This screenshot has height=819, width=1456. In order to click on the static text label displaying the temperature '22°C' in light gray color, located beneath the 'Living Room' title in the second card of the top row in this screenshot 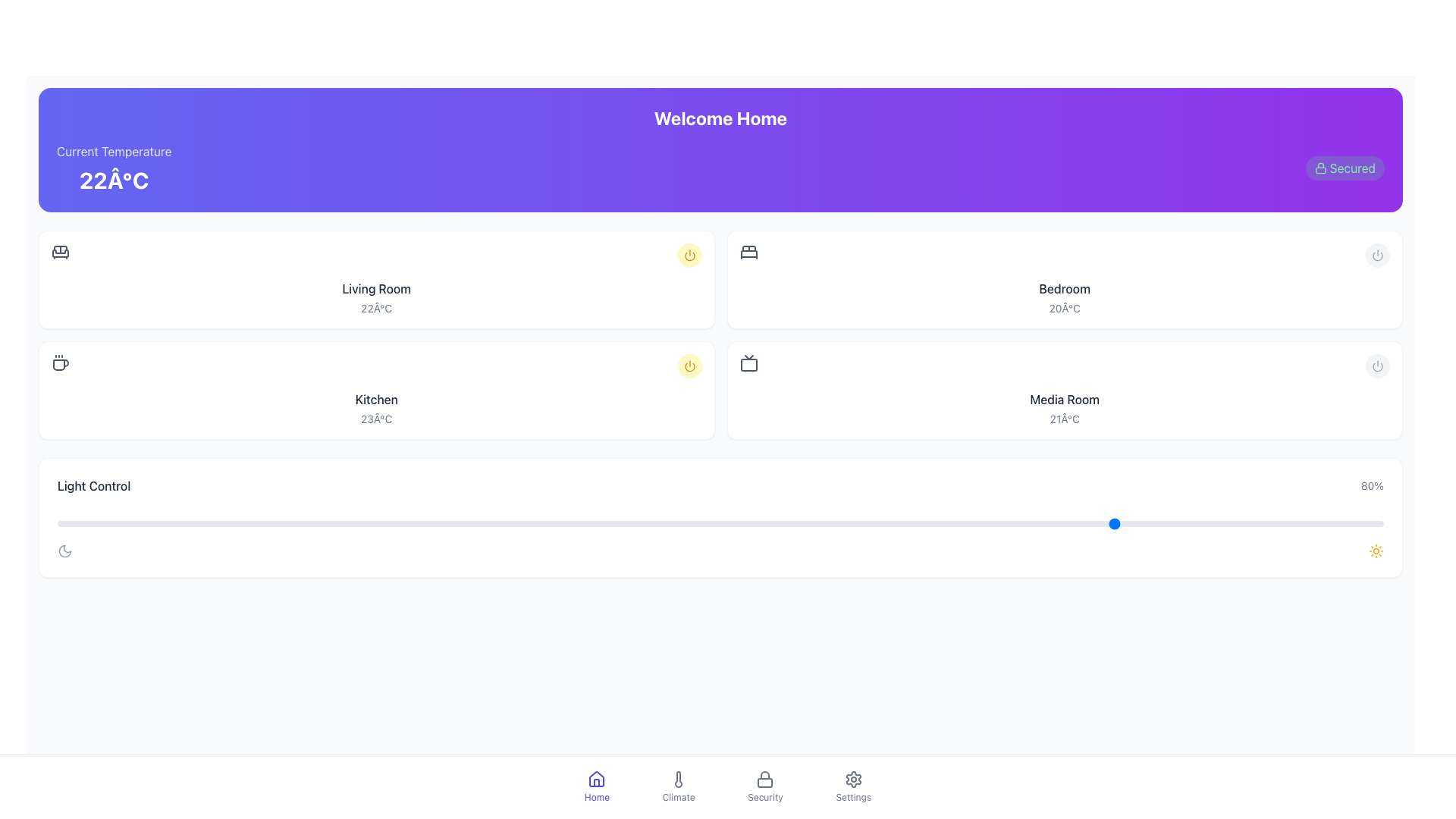, I will do `click(376, 308)`.